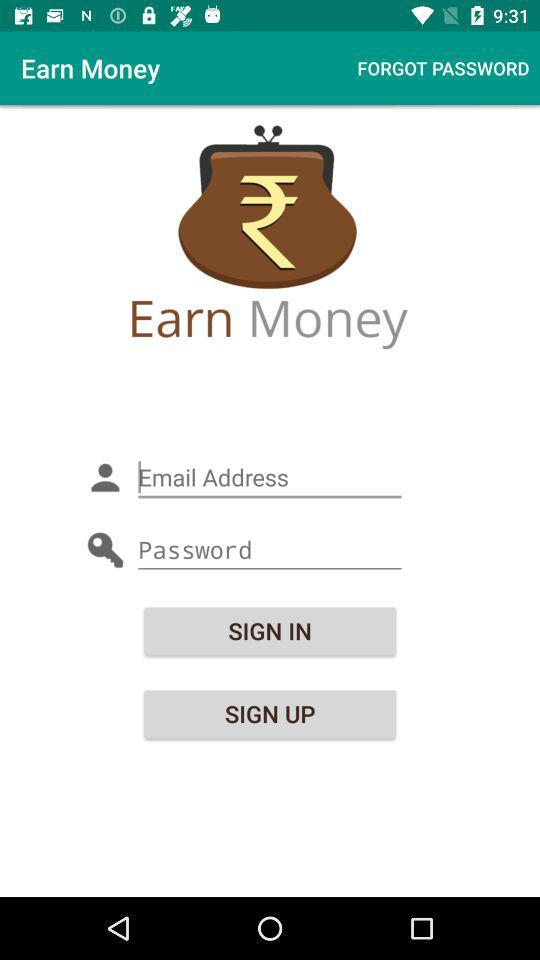  I want to click on password, so click(270, 550).